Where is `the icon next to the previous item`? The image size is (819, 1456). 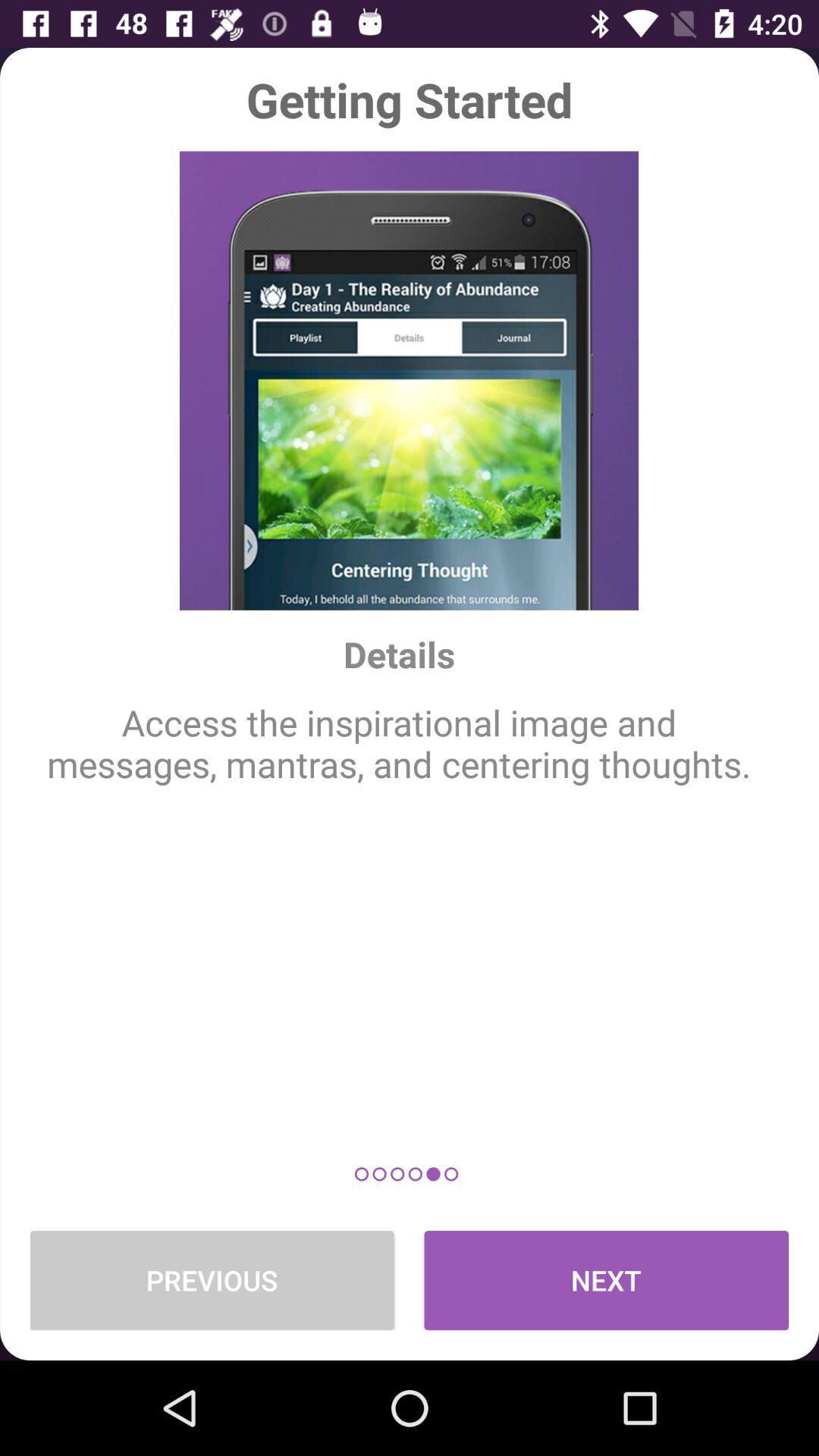
the icon next to the previous item is located at coordinates (605, 1279).